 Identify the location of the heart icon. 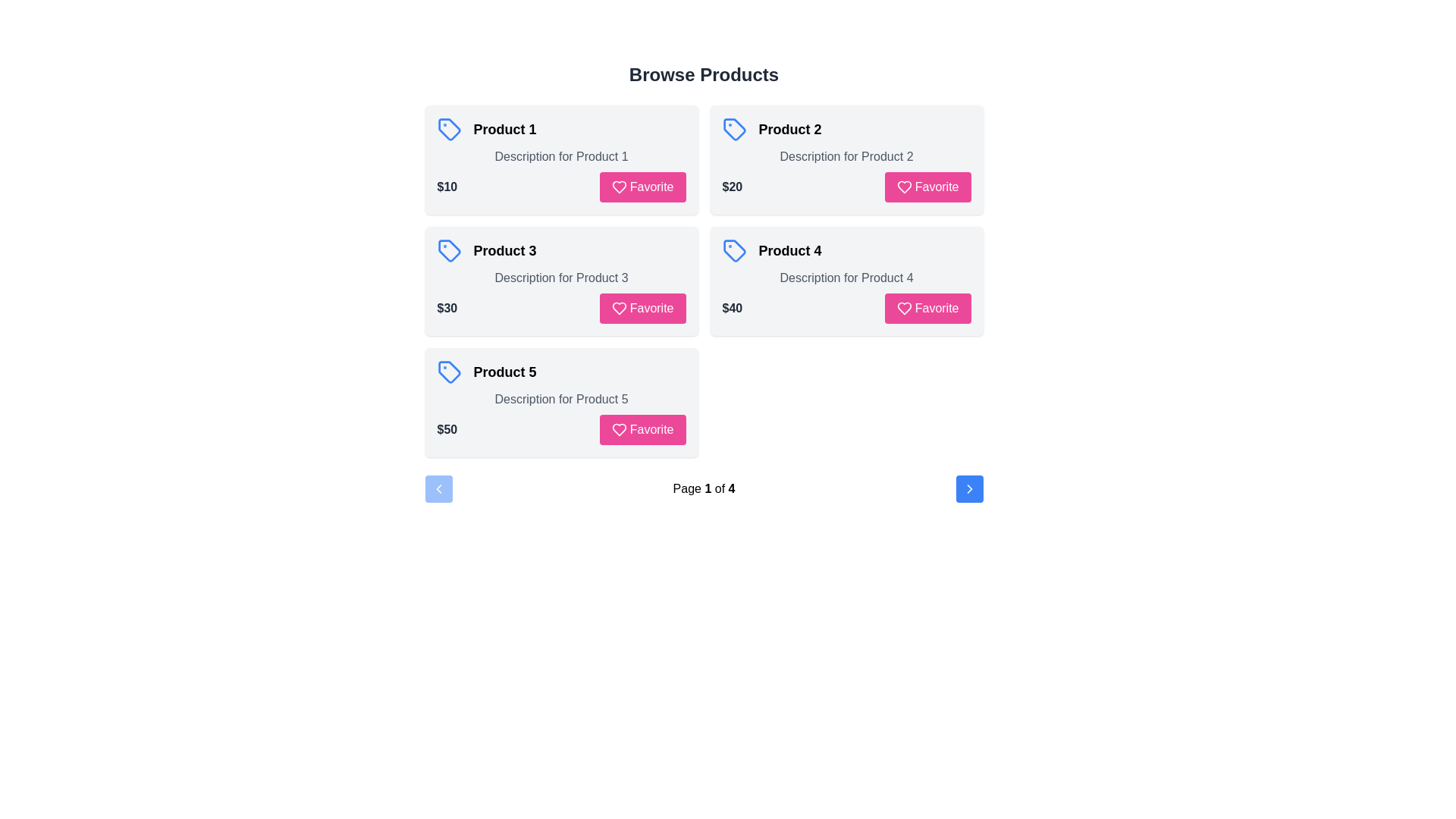
(619, 186).